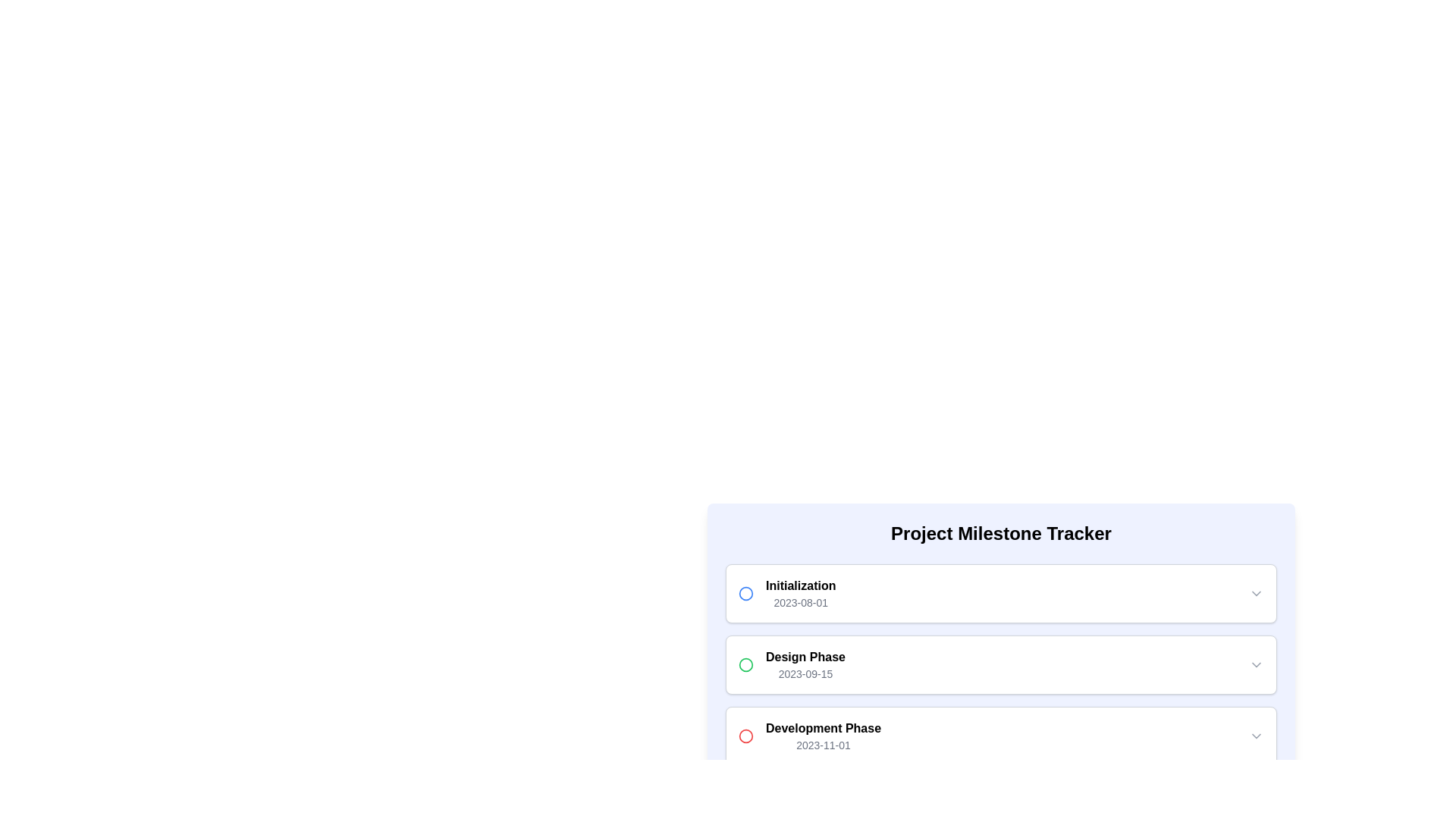  I want to click on the Text Display element that shows 'Development Phase' in bold and '2023-11-01' in smaller grey text, located at the bottom of the project milestone tracker list, so click(822, 736).